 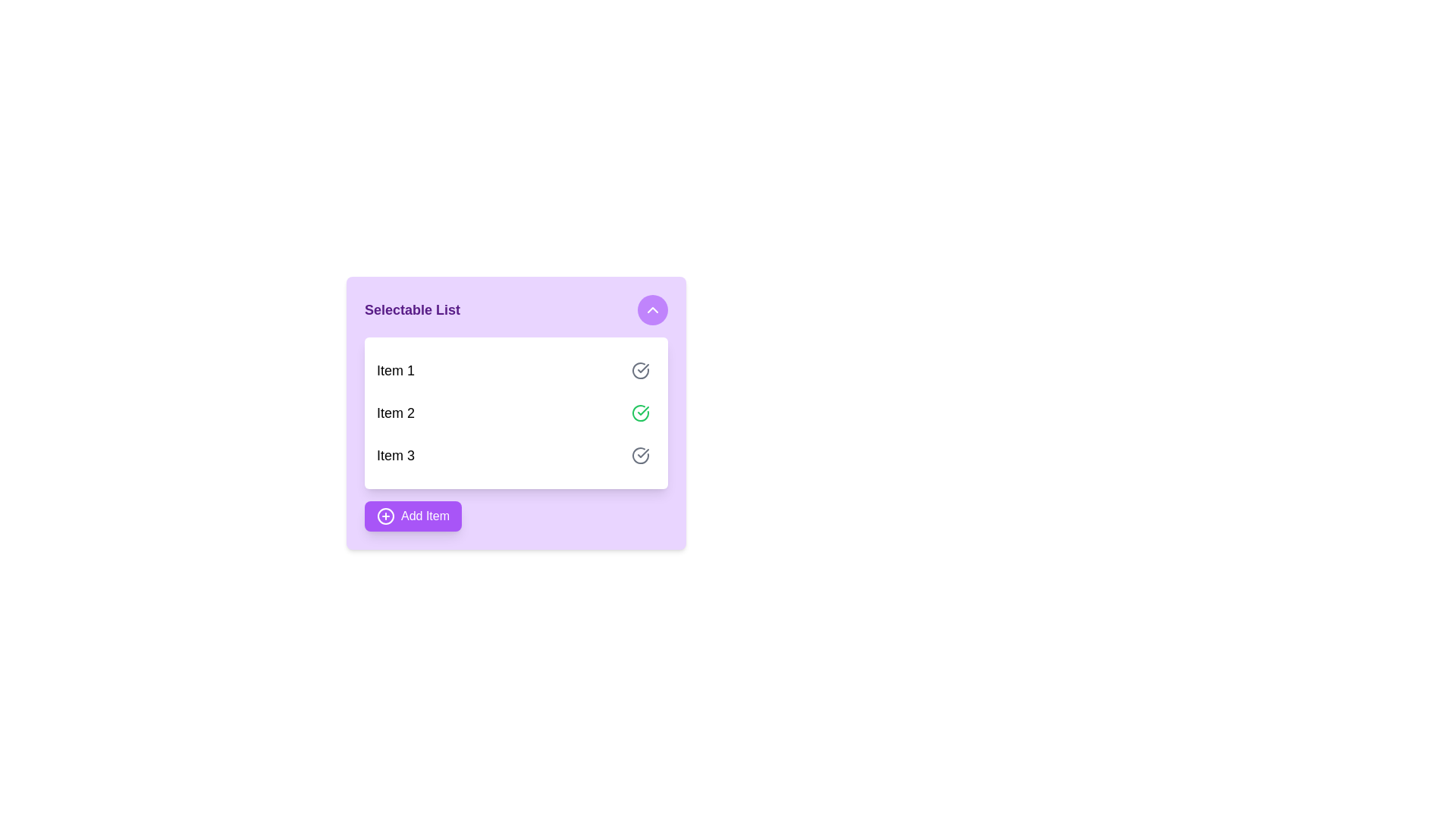 What do you see at coordinates (640, 371) in the screenshot?
I see `the circular icon button with a gray outline and checkmark inside` at bounding box center [640, 371].